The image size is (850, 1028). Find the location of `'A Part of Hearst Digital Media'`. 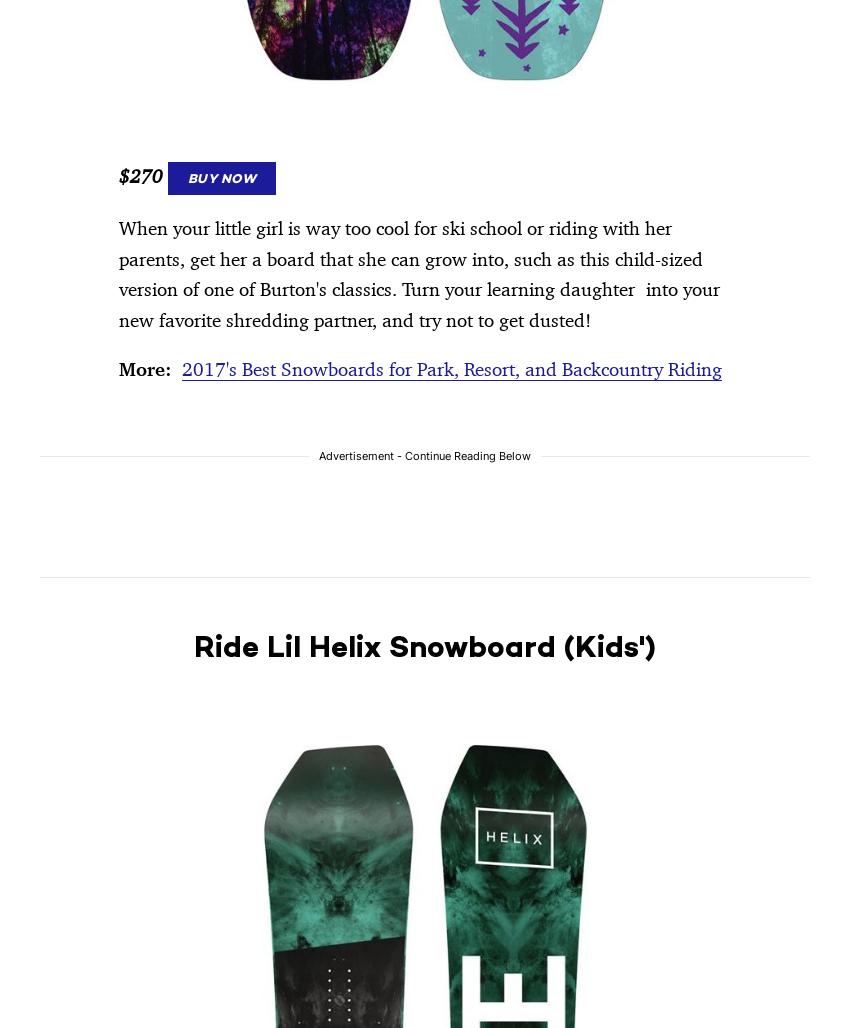

'A Part of Hearst Digital Media' is located at coordinates (134, 108).